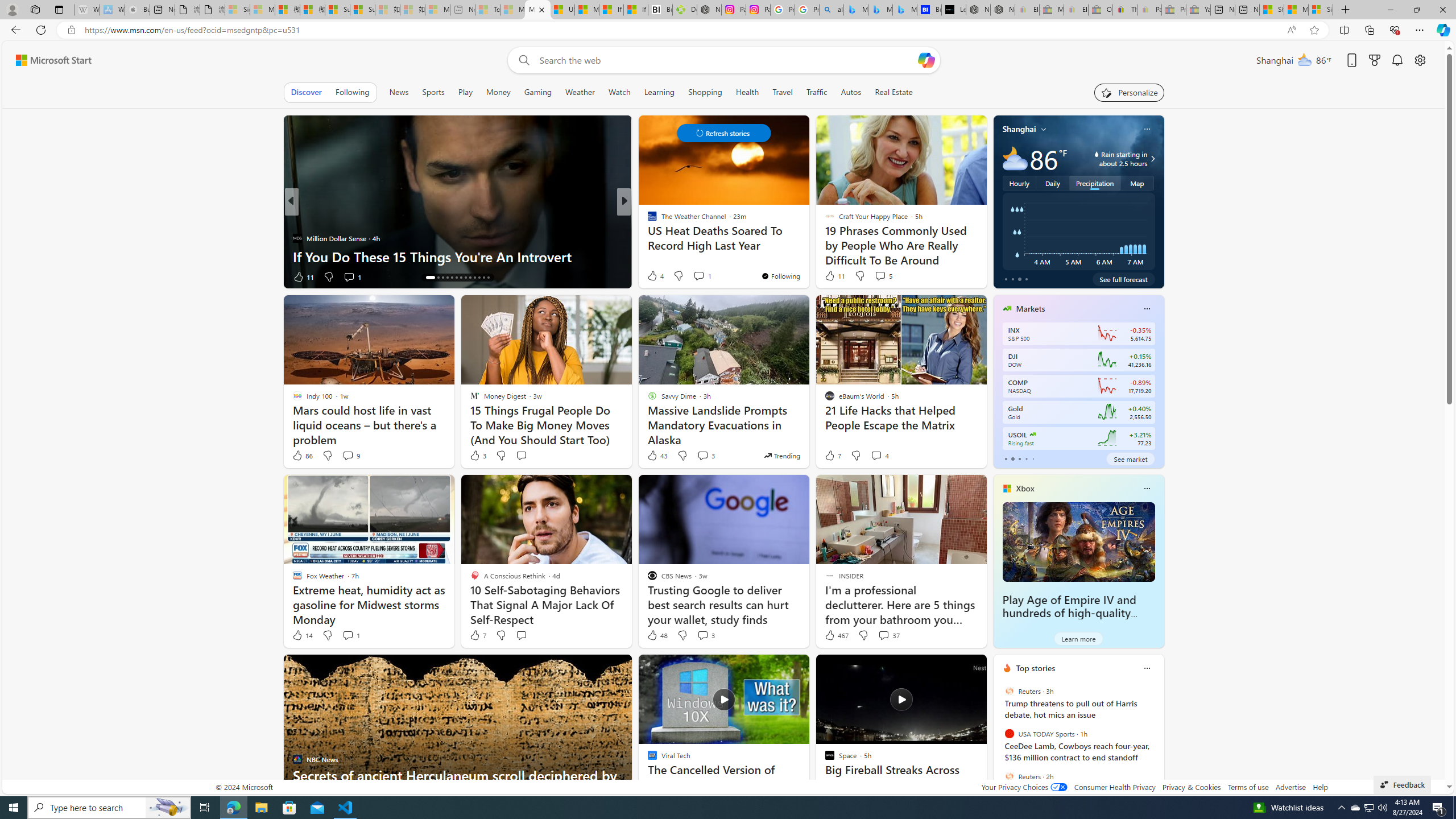 Image resolution: width=1456 pixels, height=819 pixels. I want to click on 'Futurism', so click(647, 220).